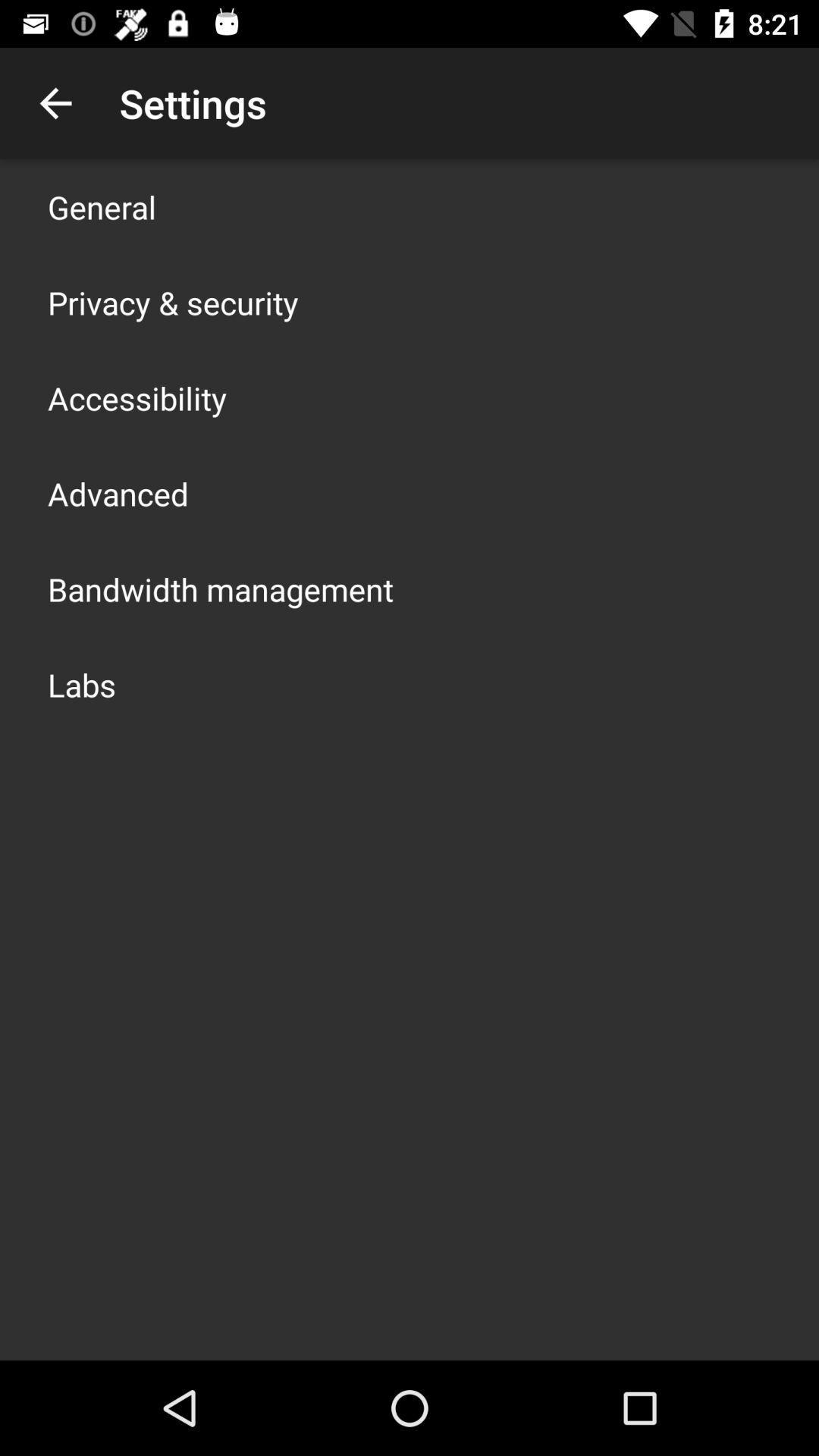 Image resolution: width=819 pixels, height=1456 pixels. Describe the element at coordinates (137, 397) in the screenshot. I see `the accessibility item` at that location.